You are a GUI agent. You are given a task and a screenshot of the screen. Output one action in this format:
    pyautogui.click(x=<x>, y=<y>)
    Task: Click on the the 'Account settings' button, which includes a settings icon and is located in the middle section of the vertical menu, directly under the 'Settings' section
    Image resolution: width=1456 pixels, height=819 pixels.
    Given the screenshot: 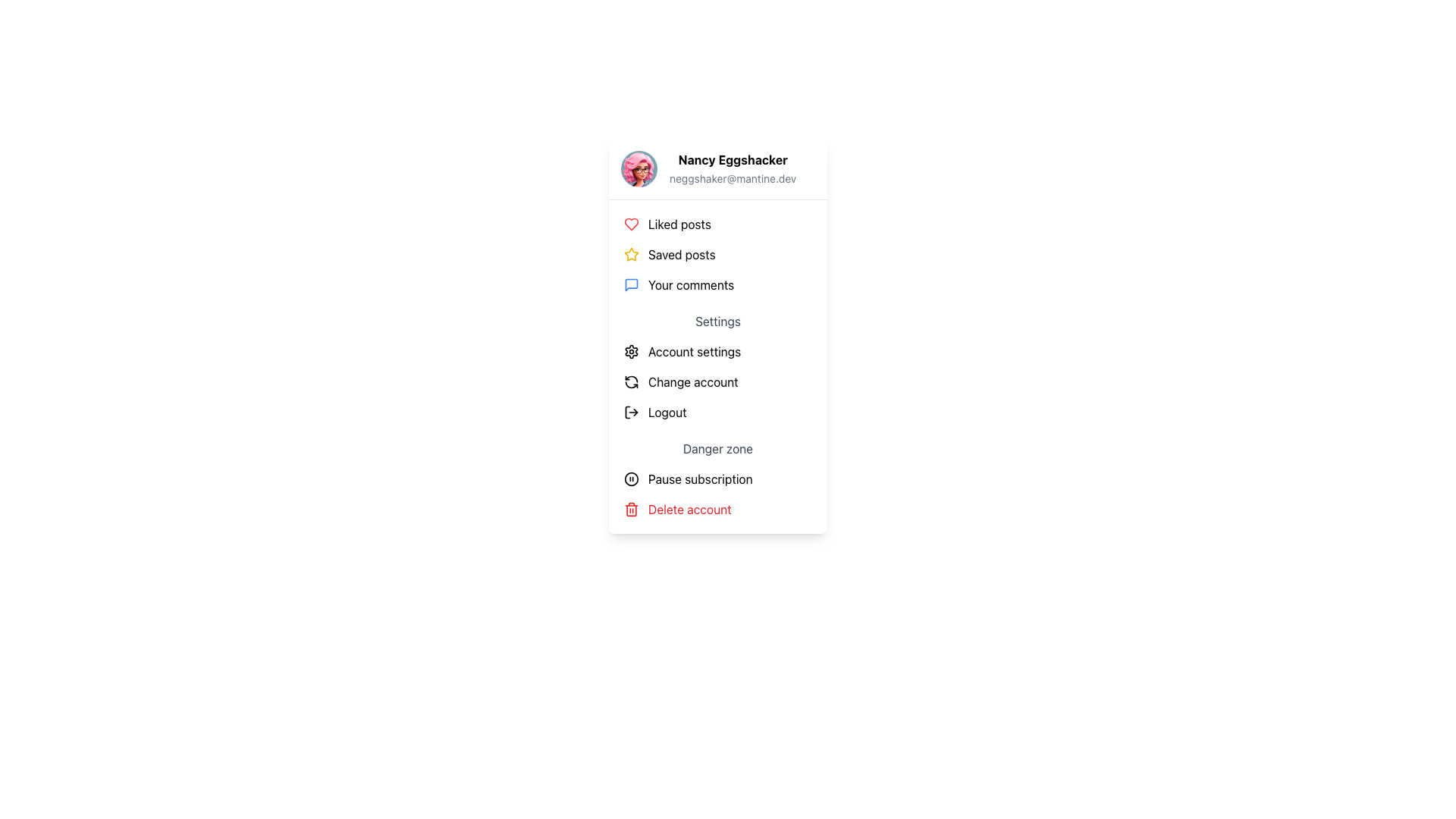 What is the action you would take?
    pyautogui.click(x=717, y=351)
    